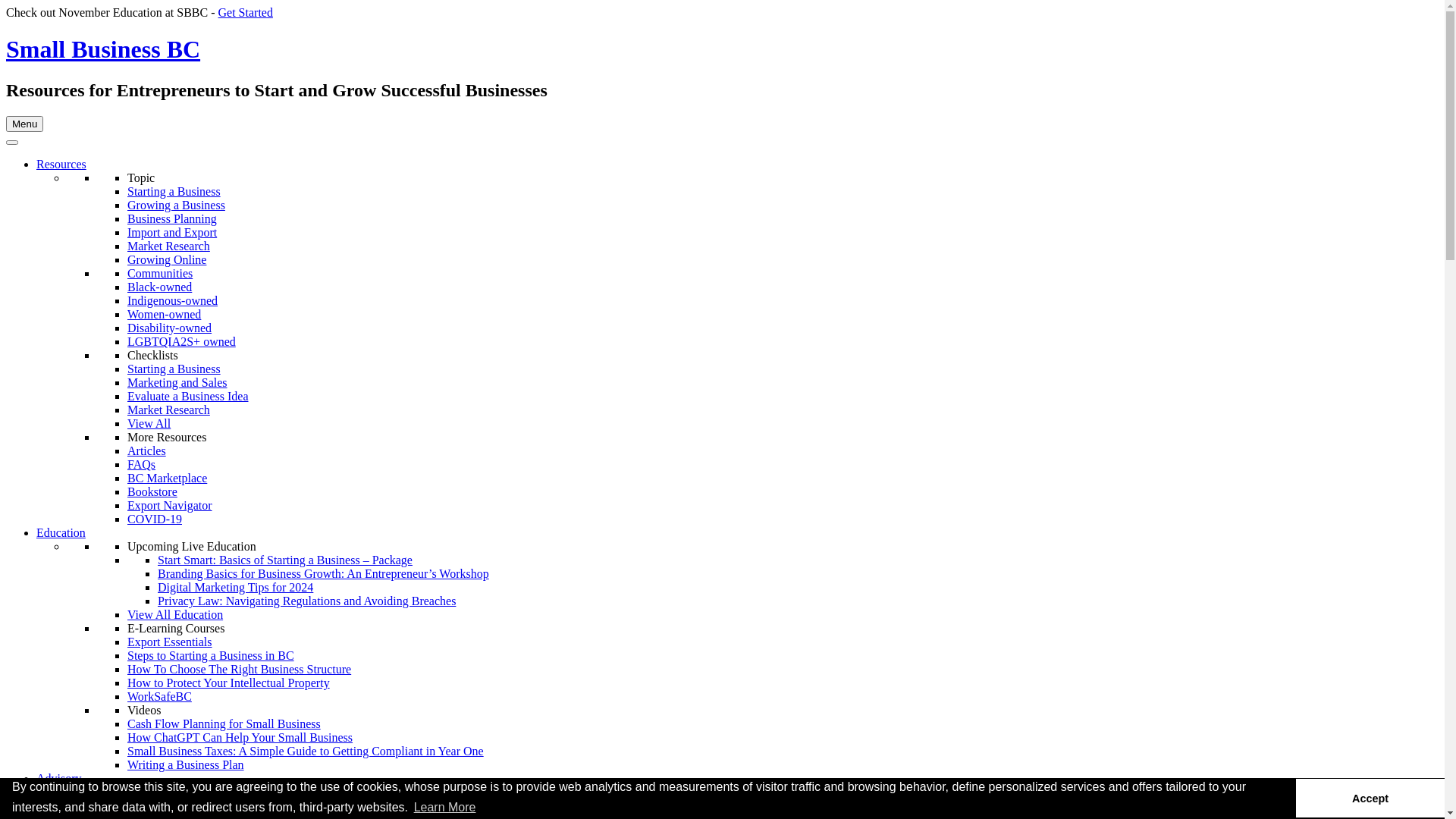 Image resolution: width=1456 pixels, height=819 pixels. Describe the element at coordinates (36, 778) in the screenshot. I see `'Advisory'` at that location.